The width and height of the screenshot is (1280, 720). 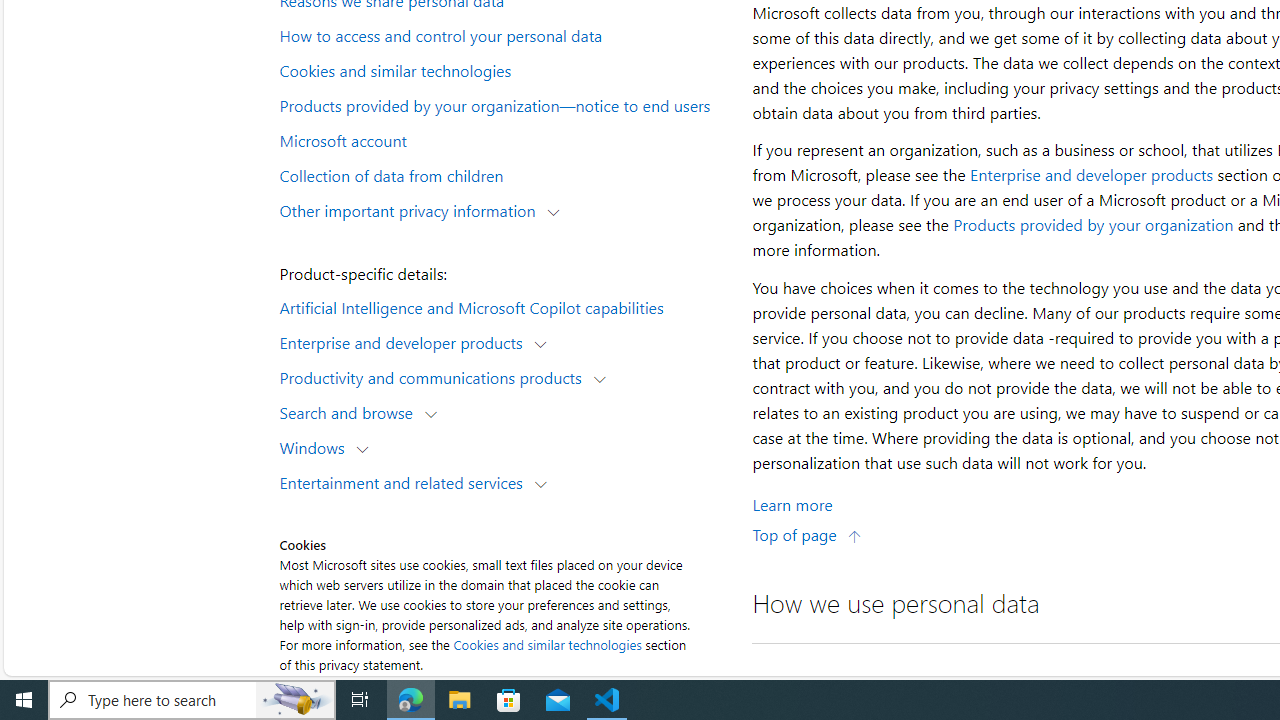 I want to click on 'Artificial Intelligence and Microsoft Copilot capabilities', so click(x=504, y=306).